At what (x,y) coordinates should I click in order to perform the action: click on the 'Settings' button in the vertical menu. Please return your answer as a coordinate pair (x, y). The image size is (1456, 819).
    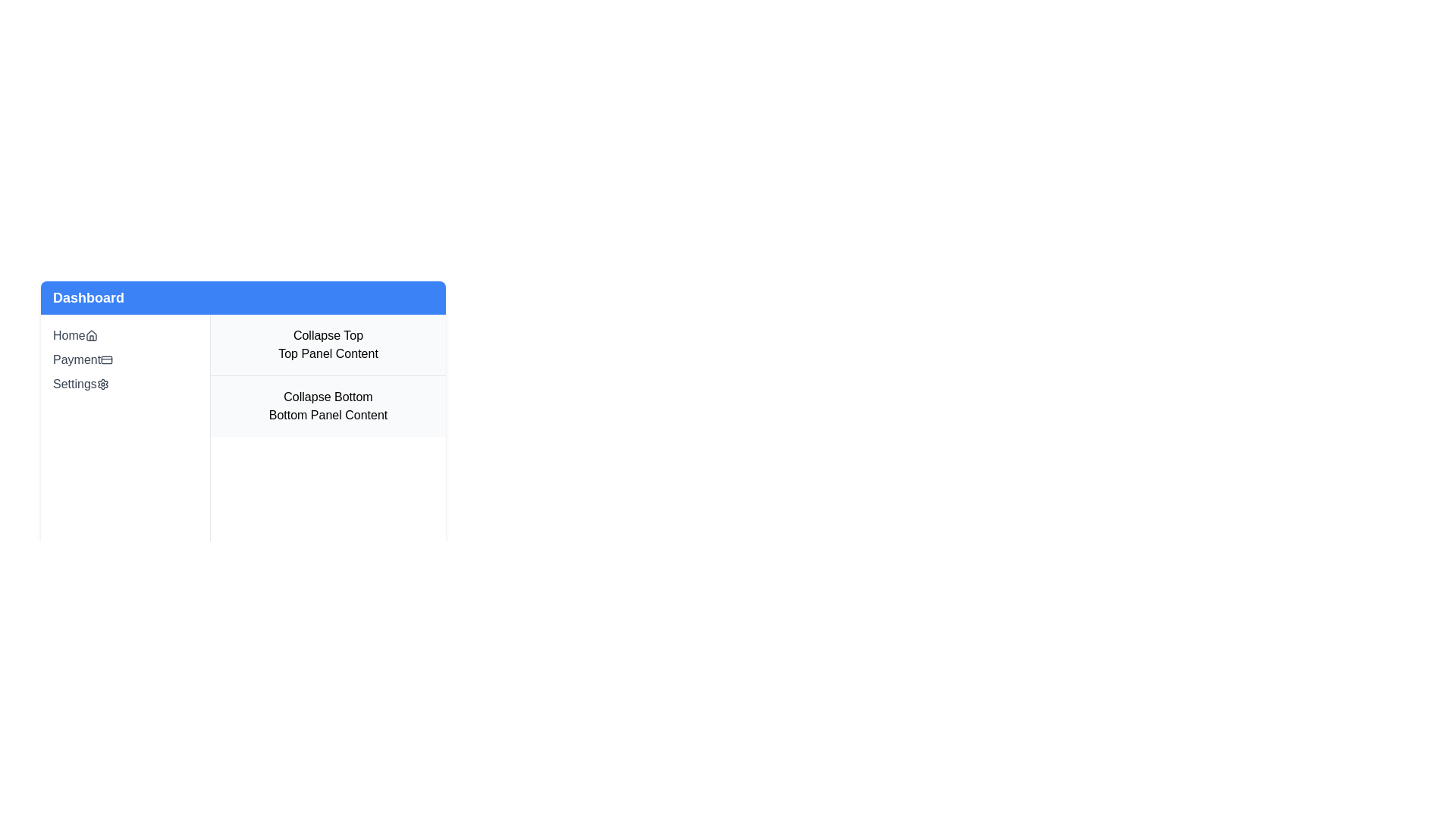
    Looking at the image, I should click on (125, 383).